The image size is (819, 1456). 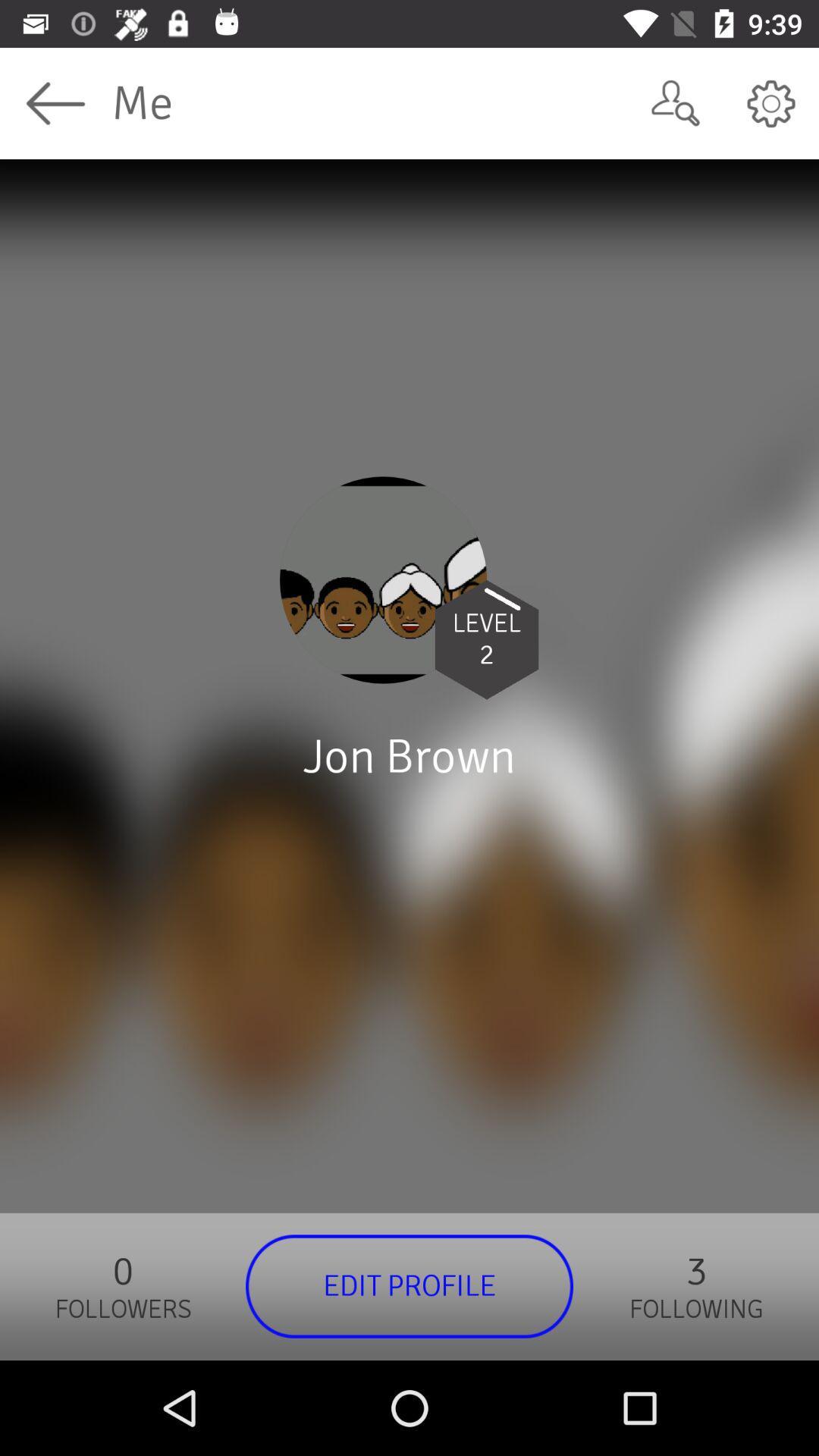 I want to click on icon next to the me icon, so click(x=55, y=102).